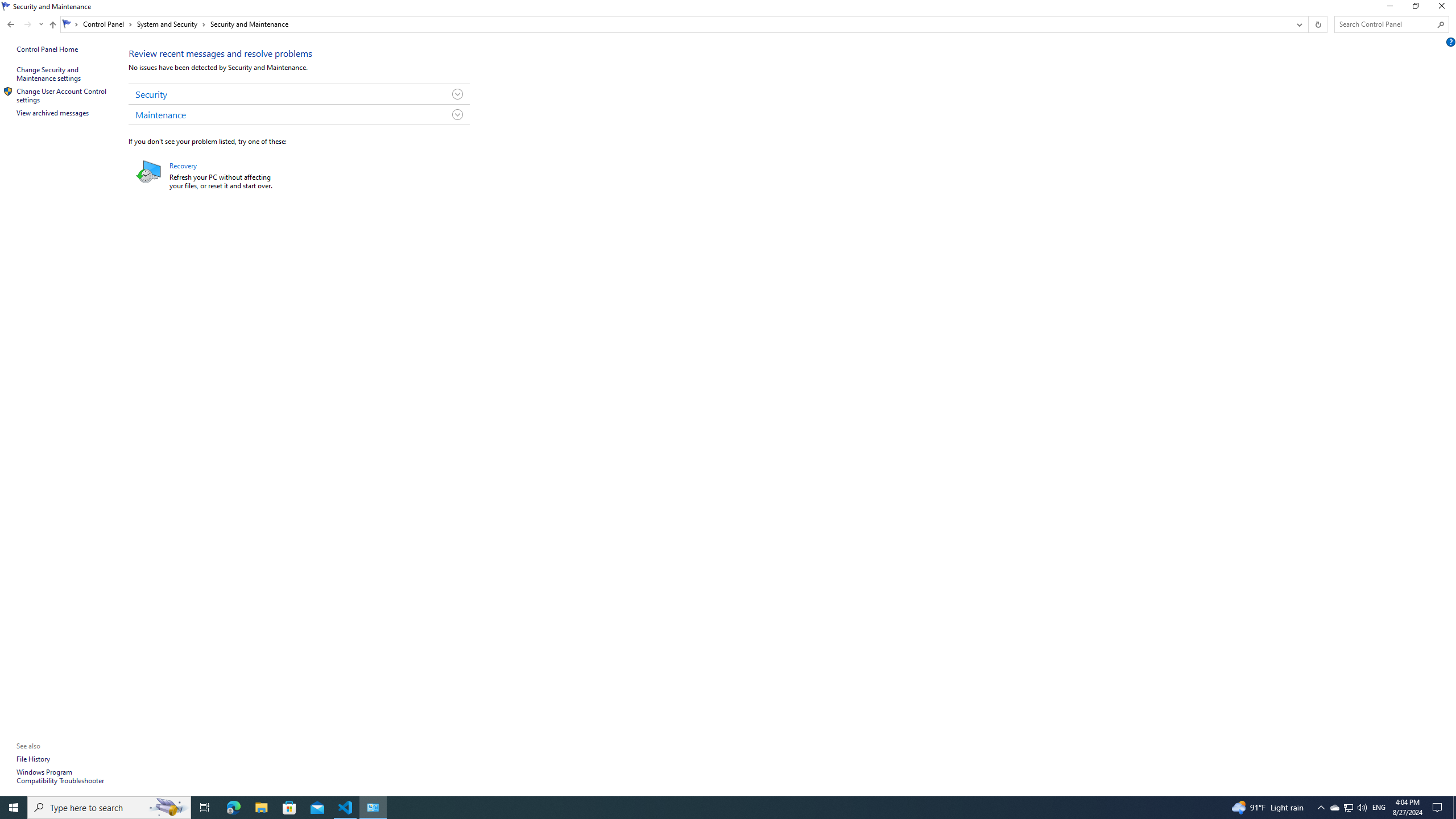 The height and width of the screenshot is (819, 1456). What do you see at coordinates (1441, 24) in the screenshot?
I see `'Search'` at bounding box center [1441, 24].